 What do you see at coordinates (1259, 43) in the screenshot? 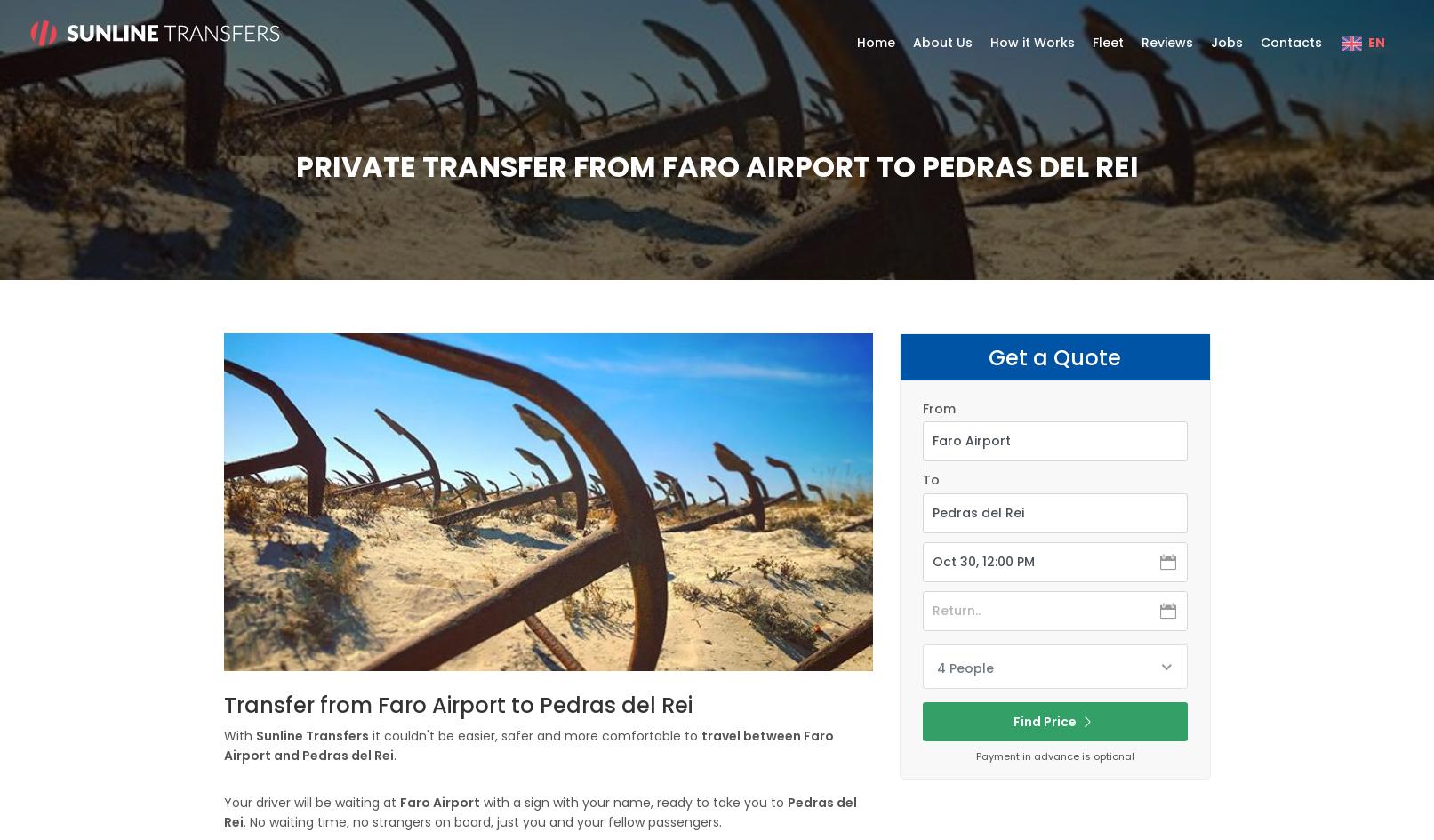
I see `'Contacts'` at bounding box center [1259, 43].